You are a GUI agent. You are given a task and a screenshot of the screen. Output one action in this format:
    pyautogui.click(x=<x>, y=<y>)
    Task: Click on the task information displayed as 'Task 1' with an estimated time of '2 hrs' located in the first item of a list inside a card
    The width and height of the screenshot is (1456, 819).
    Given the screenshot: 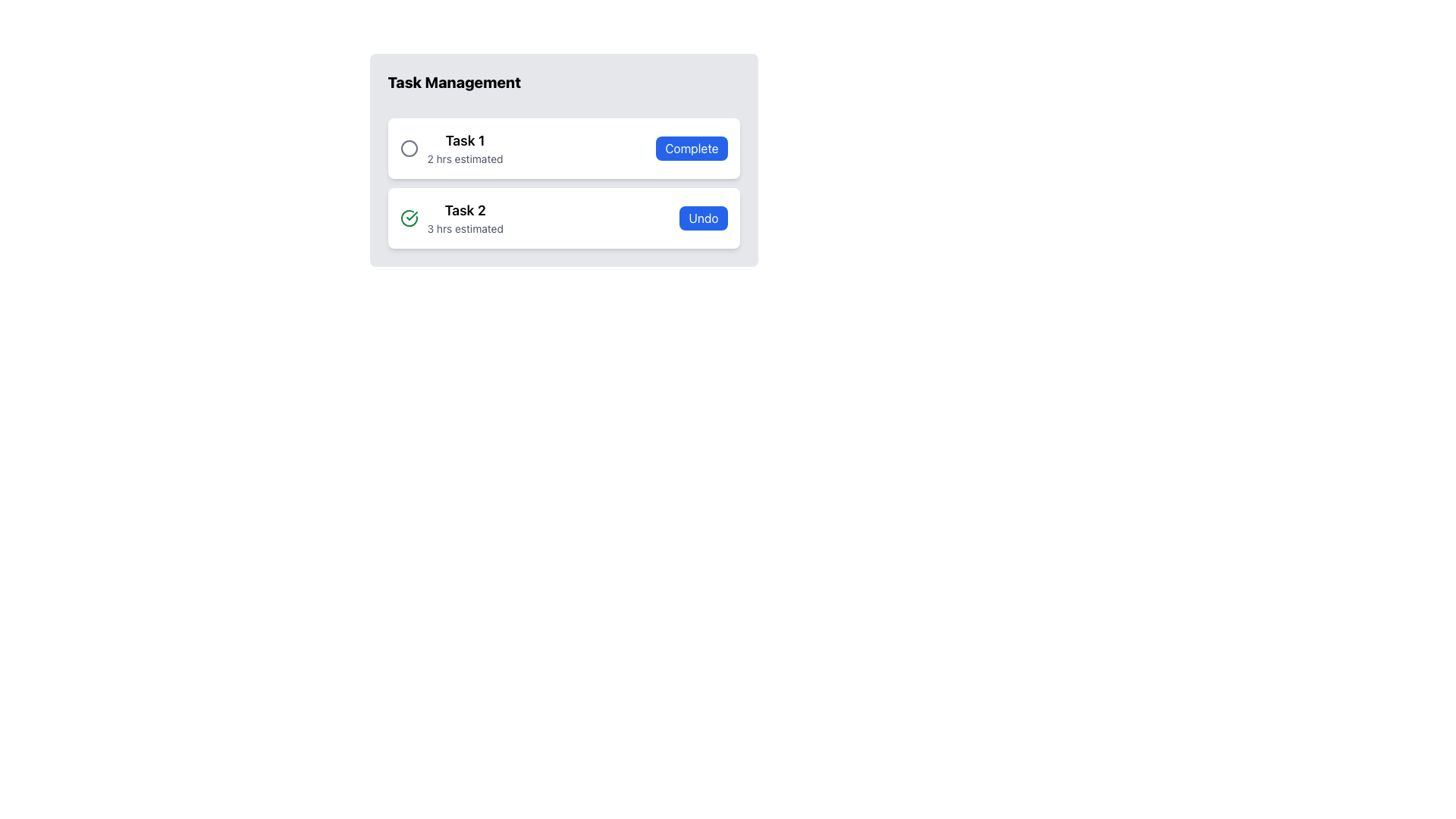 What is the action you would take?
    pyautogui.click(x=450, y=149)
    